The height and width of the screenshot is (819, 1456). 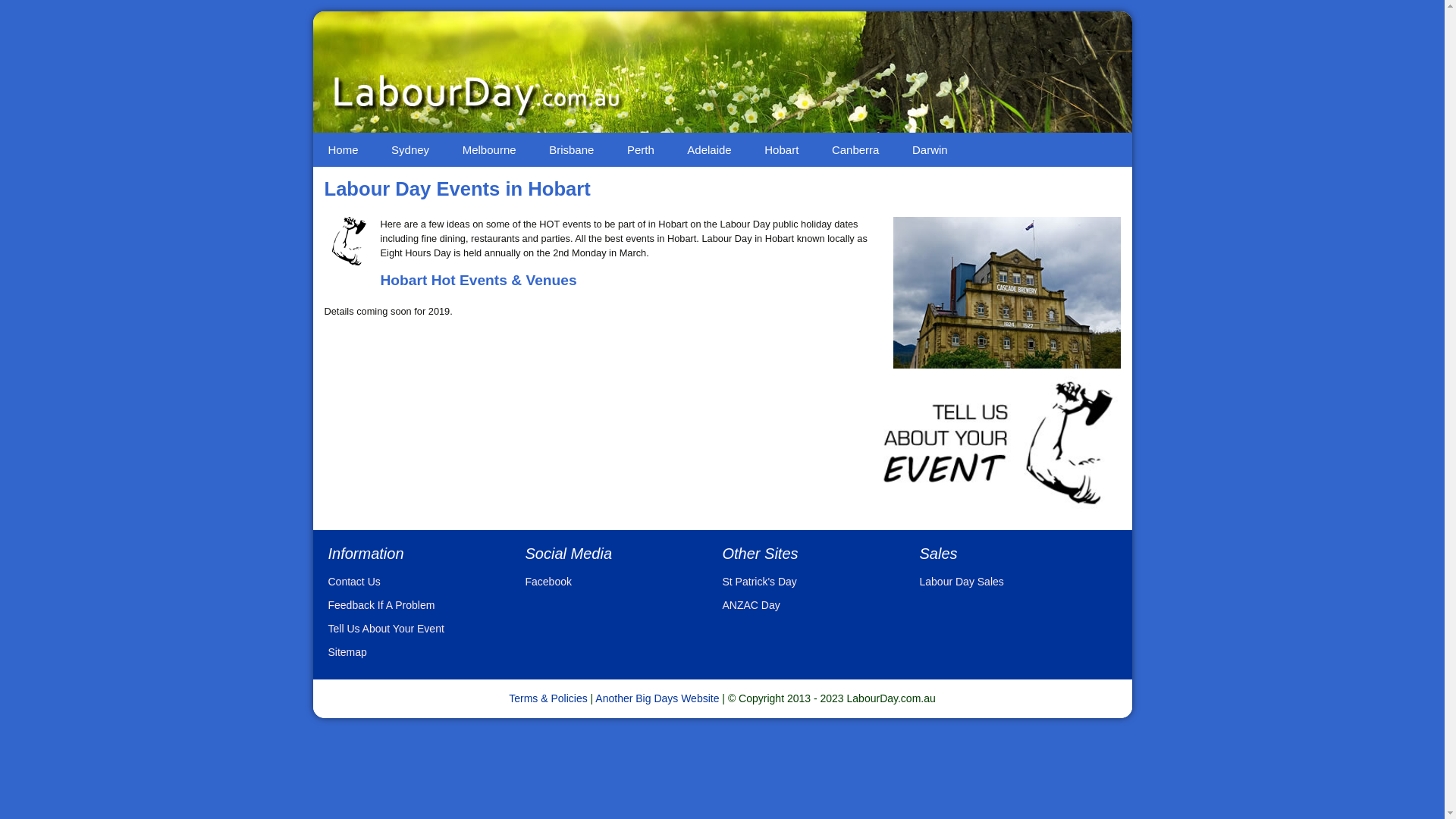 What do you see at coordinates (960, 581) in the screenshot?
I see `'Labour Day Sales'` at bounding box center [960, 581].